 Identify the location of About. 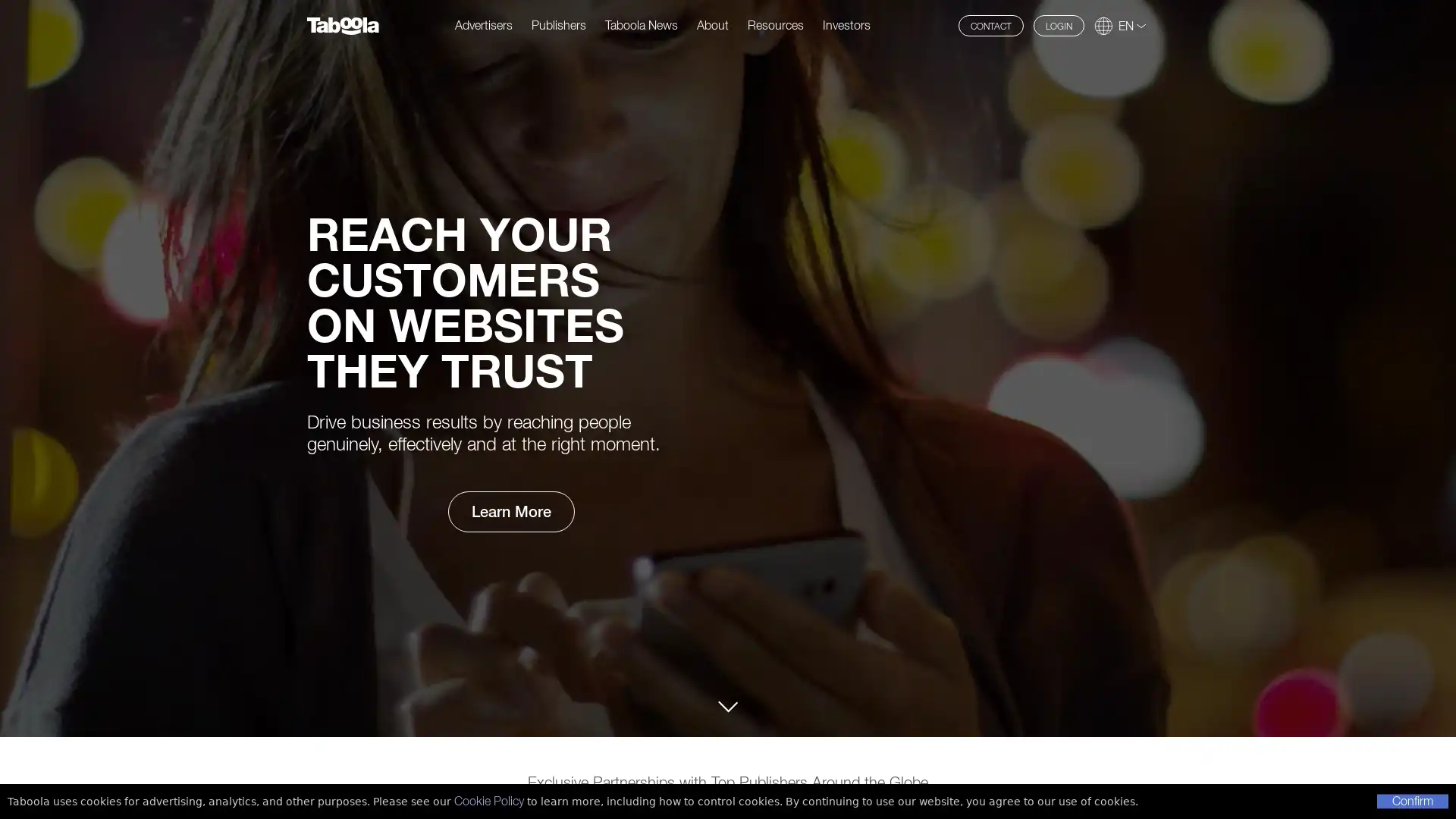
(711, 24).